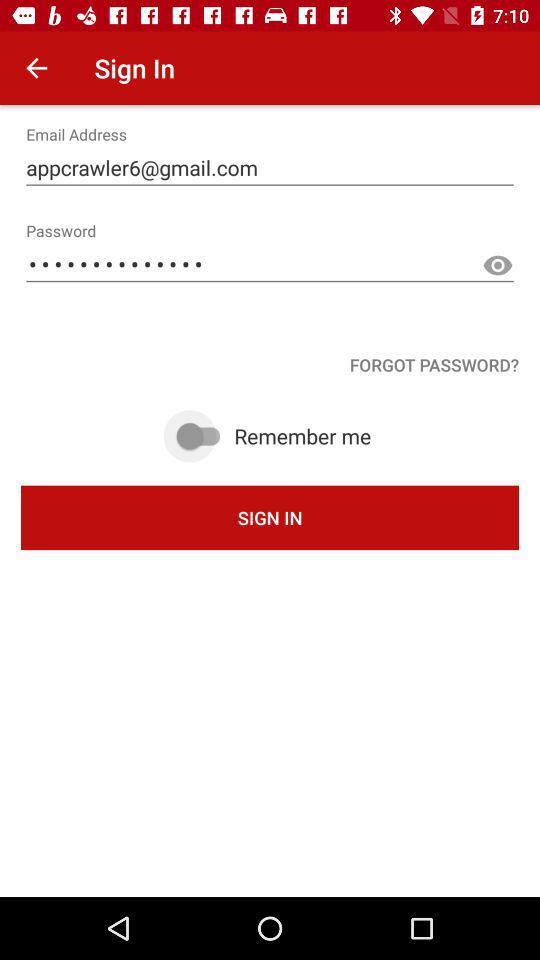  What do you see at coordinates (201, 436) in the screenshot?
I see `remember me option` at bounding box center [201, 436].